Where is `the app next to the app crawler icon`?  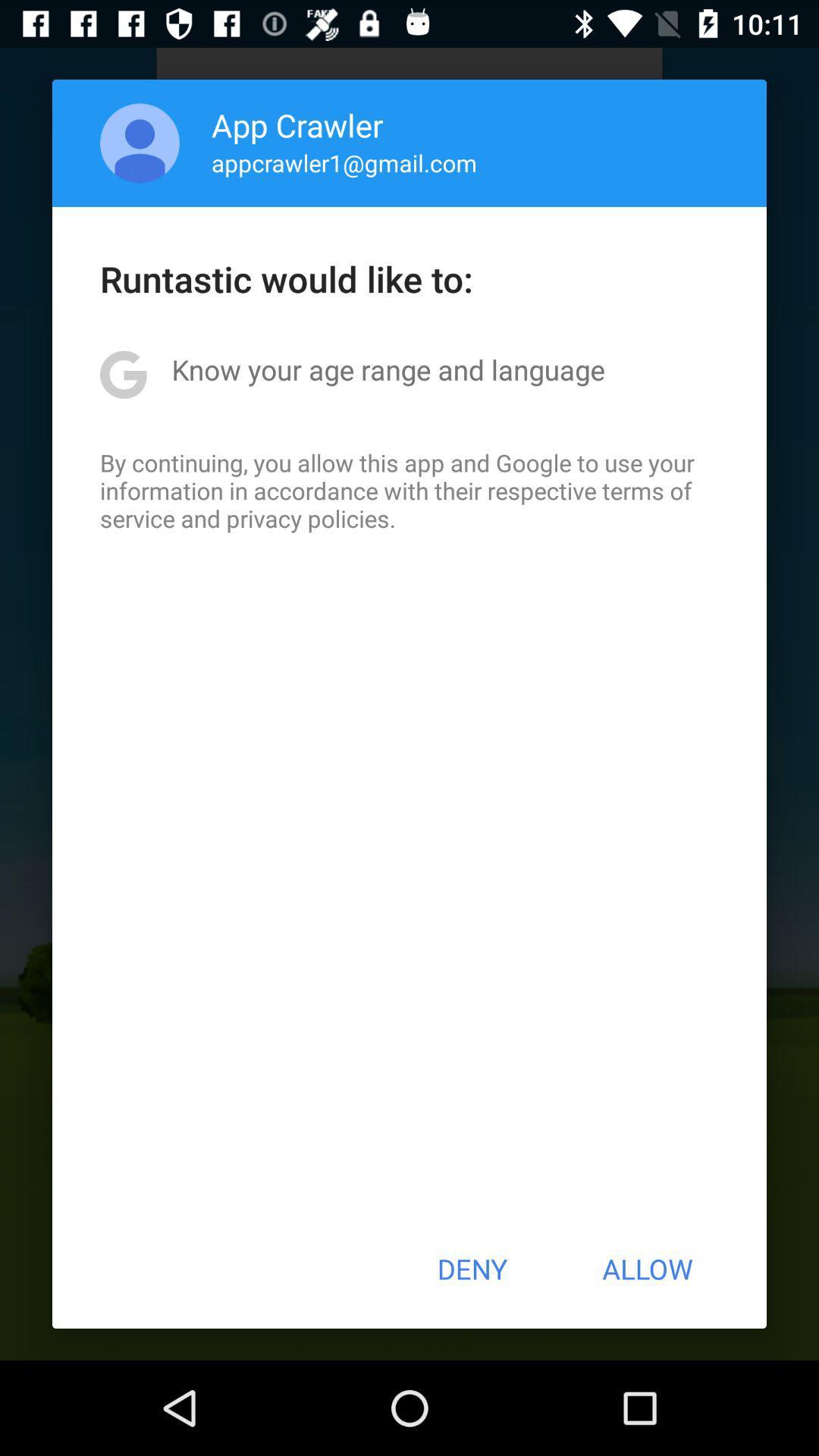 the app next to the app crawler icon is located at coordinates (140, 143).